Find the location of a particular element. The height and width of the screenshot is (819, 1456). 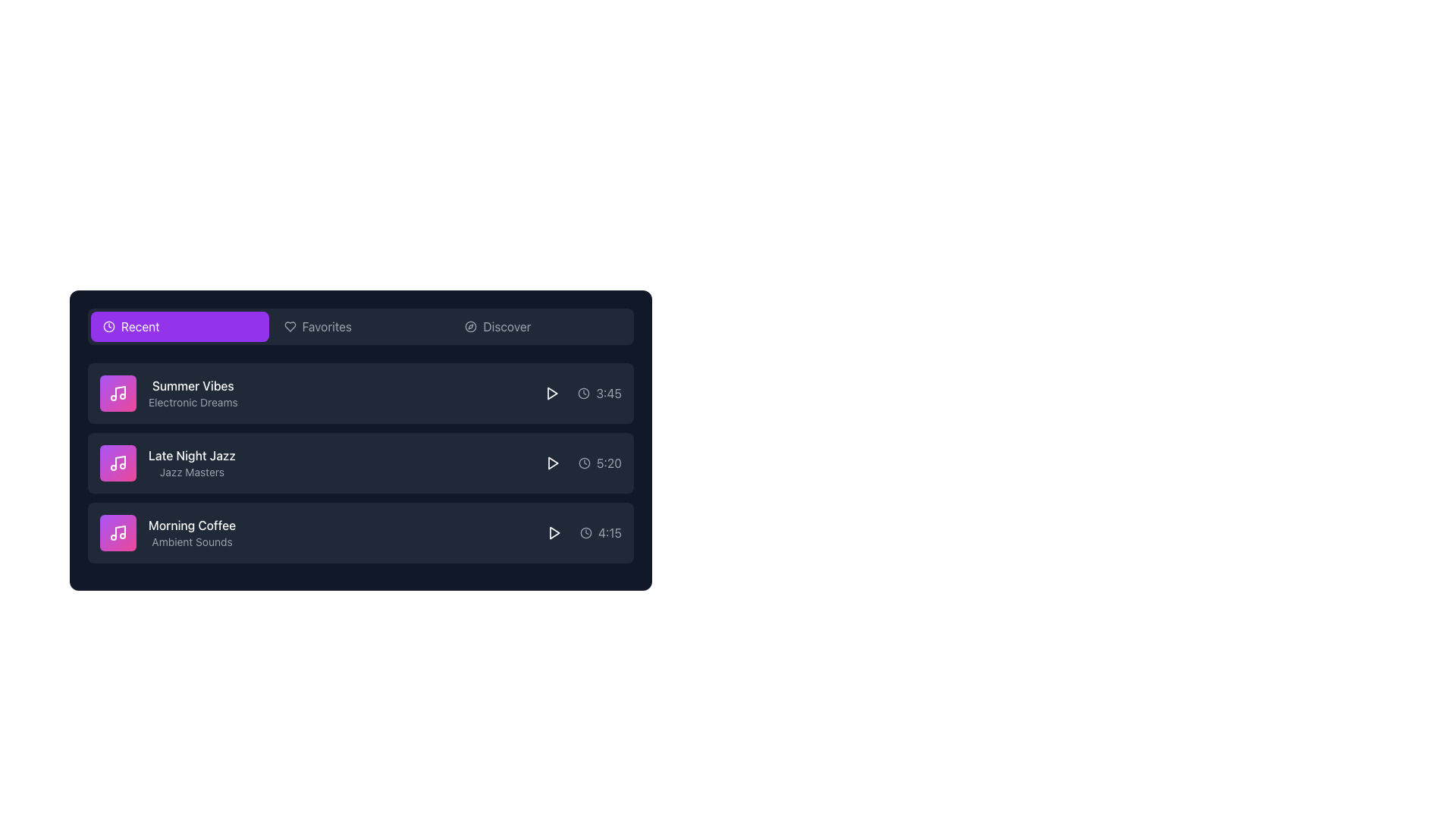

the heart-shaped 'Favorites' icon located in the header navigation, positioned centrally between the 'Recent' and 'Discover' tab options is located at coordinates (290, 326).